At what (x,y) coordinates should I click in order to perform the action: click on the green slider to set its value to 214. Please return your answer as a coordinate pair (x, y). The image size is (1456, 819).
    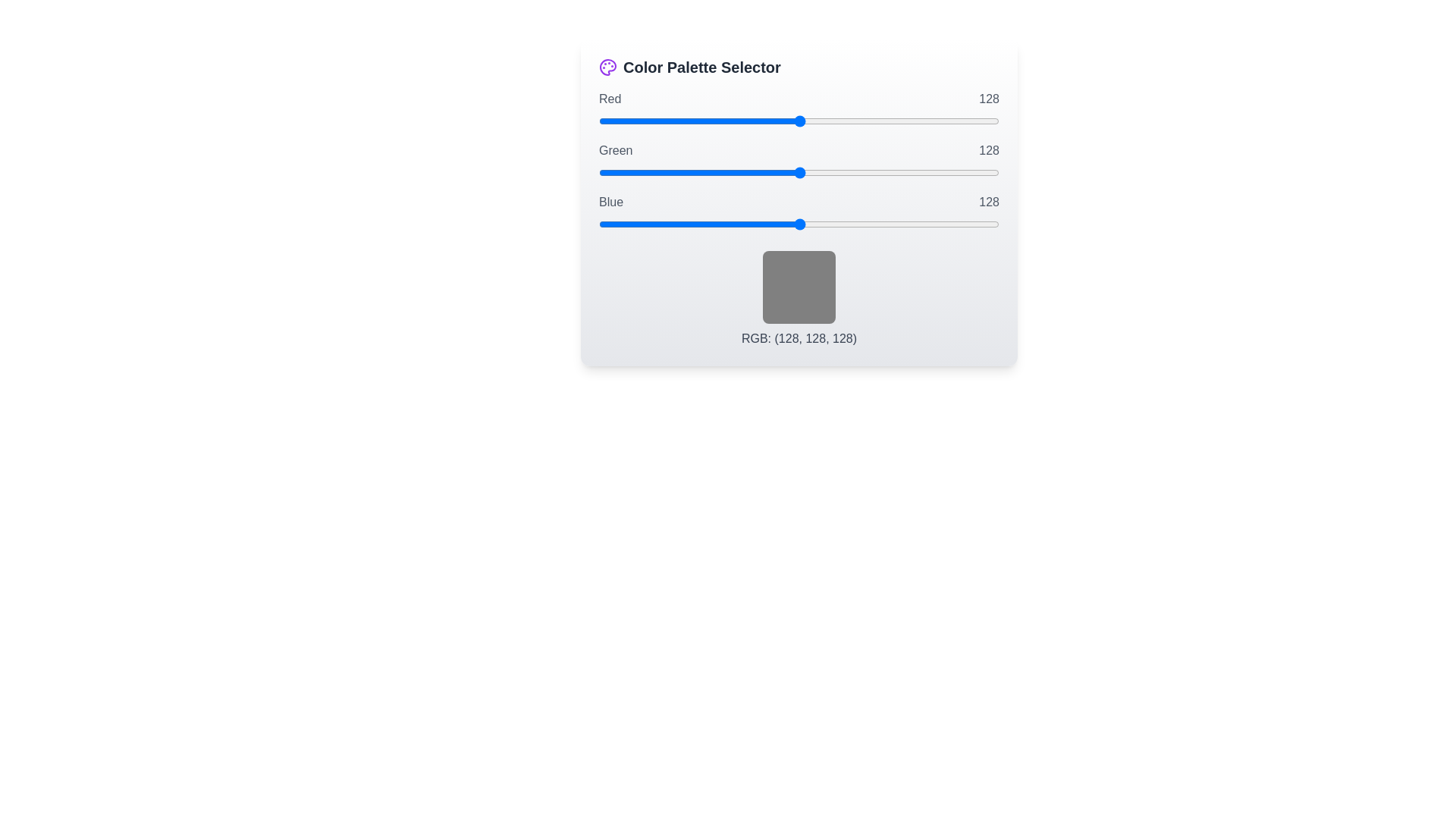
    Looking at the image, I should click on (934, 171).